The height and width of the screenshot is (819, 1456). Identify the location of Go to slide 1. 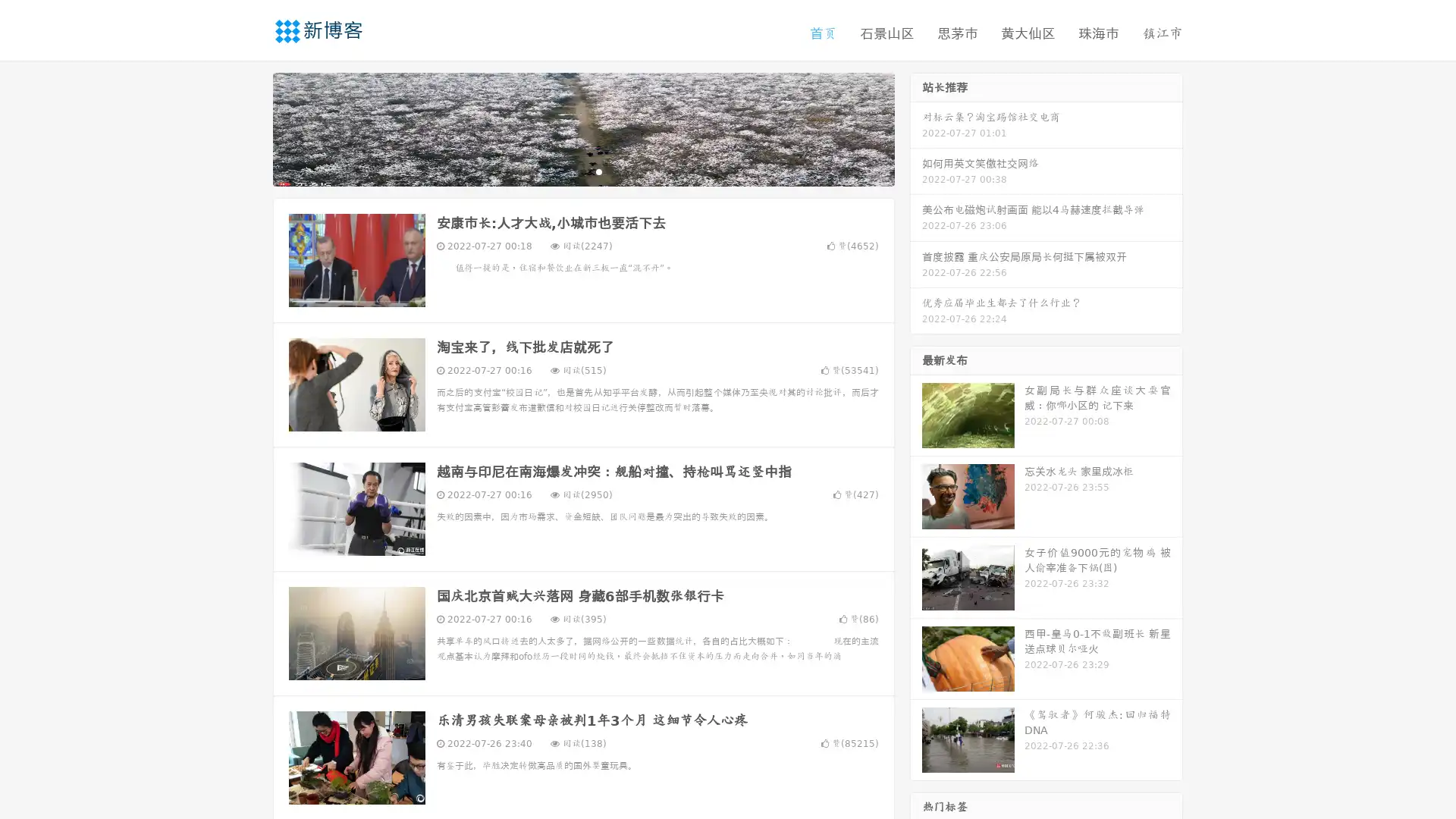
(567, 171).